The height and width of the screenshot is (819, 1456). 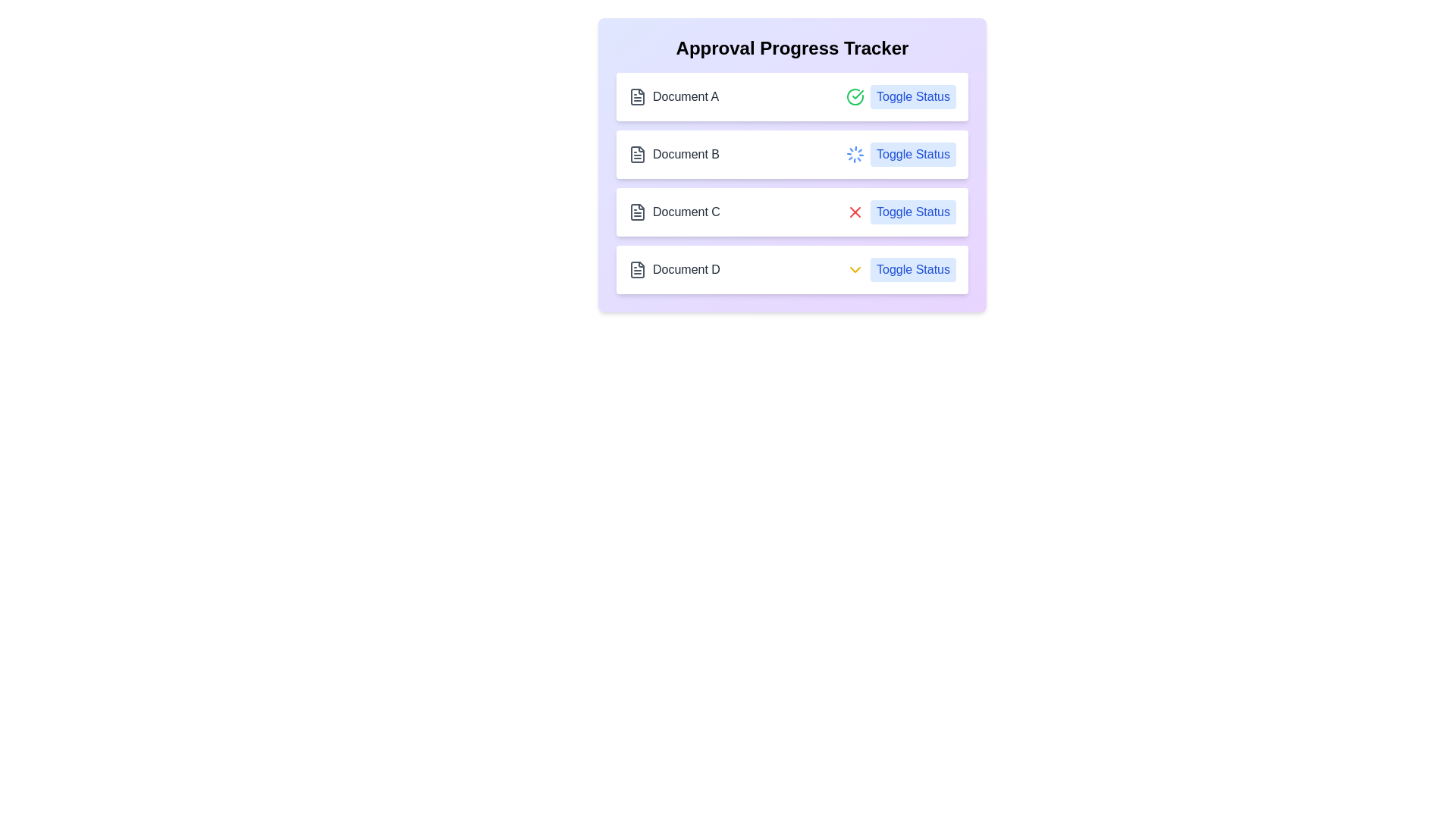 What do you see at coordinates (901, 155) in the screenshot?
I see `the toggle button for 'Document B' in the 'Approval Progress Tracker' list` at bounding box center [901, 155].